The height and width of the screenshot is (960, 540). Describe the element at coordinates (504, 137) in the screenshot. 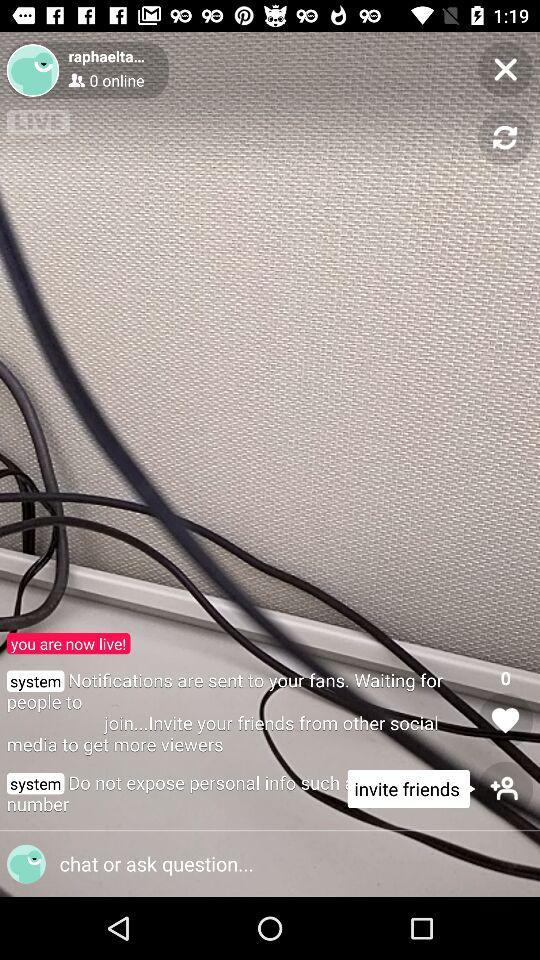

I see `refresh button` at that location.